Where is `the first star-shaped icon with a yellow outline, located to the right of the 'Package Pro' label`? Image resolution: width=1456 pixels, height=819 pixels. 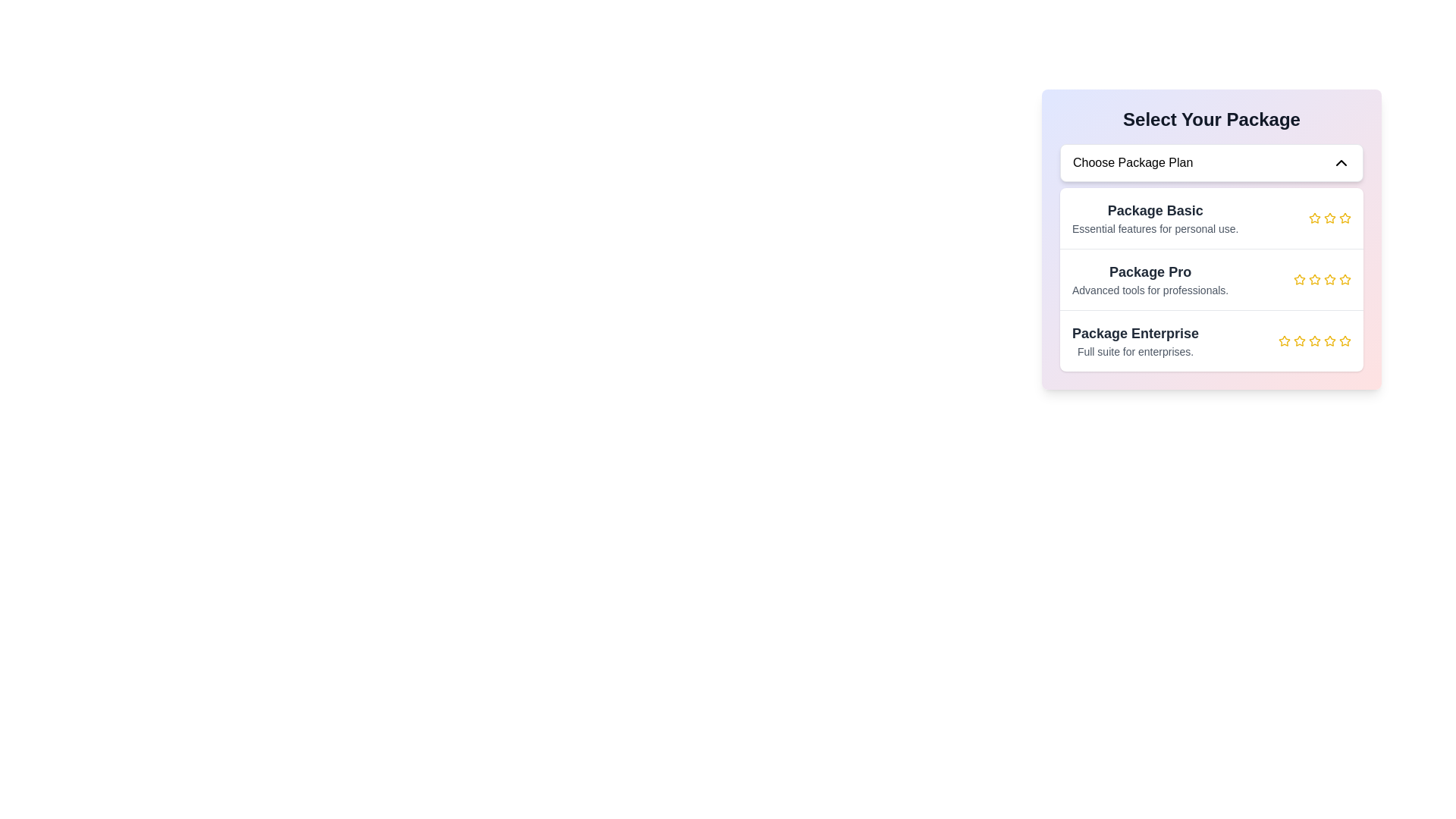 the first star-shaped icon with a yellow outline, located to the right of the 'Package Pro' label is located at coordinates (1298, 279).